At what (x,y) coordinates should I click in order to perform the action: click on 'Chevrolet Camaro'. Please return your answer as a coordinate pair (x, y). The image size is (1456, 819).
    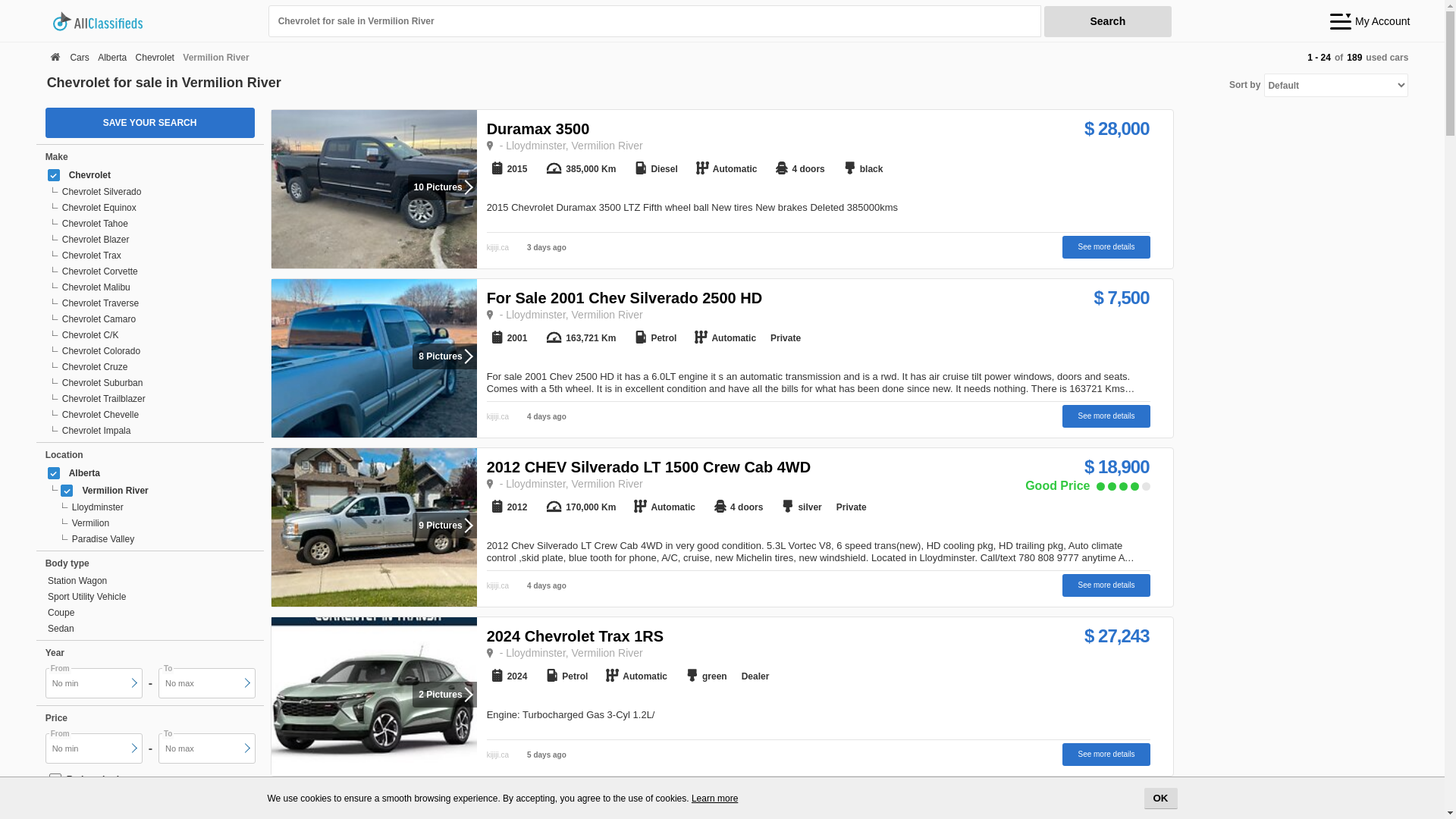
    Looking at the image, I should click on (153, 318).